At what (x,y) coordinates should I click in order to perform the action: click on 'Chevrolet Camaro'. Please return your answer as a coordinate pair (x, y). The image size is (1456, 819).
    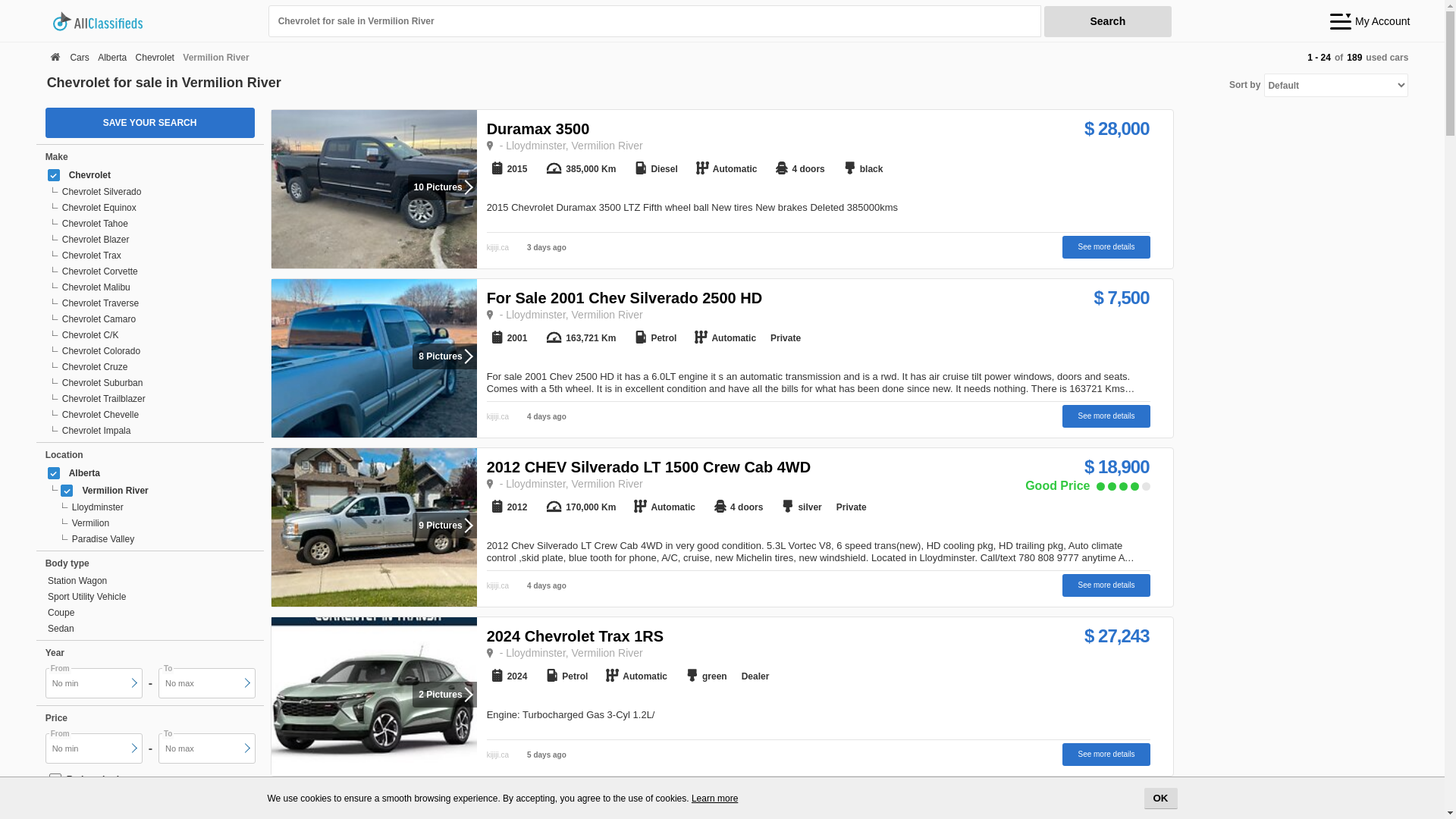
    Looking at the image, I should click on (153, 318).